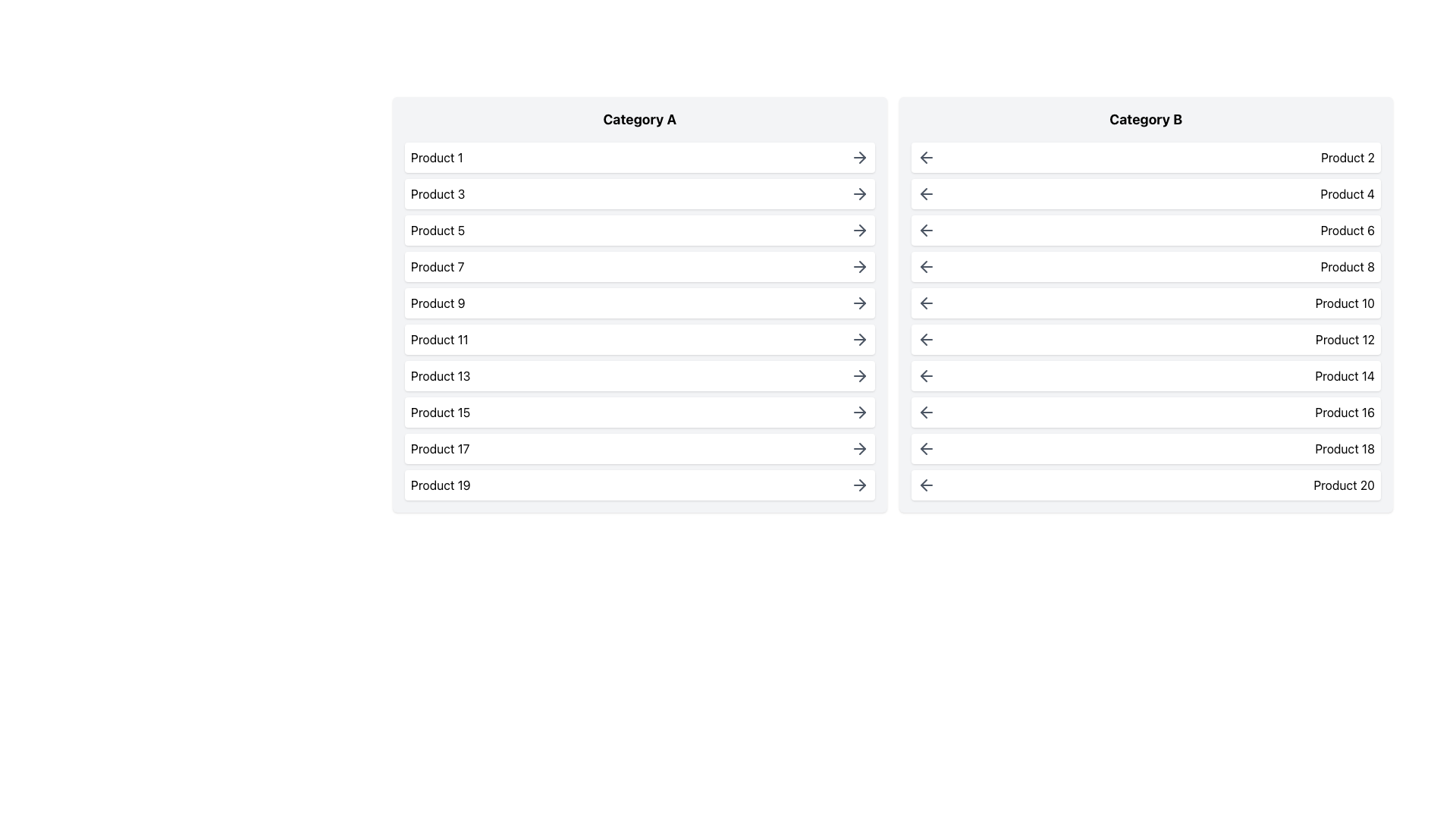 This screenshot has width=1456, height=819. Describe the element at coordinates (639, 321) in the screenshot. I see `an individual product in the List Display under 'Category A' to get more information` at that location.